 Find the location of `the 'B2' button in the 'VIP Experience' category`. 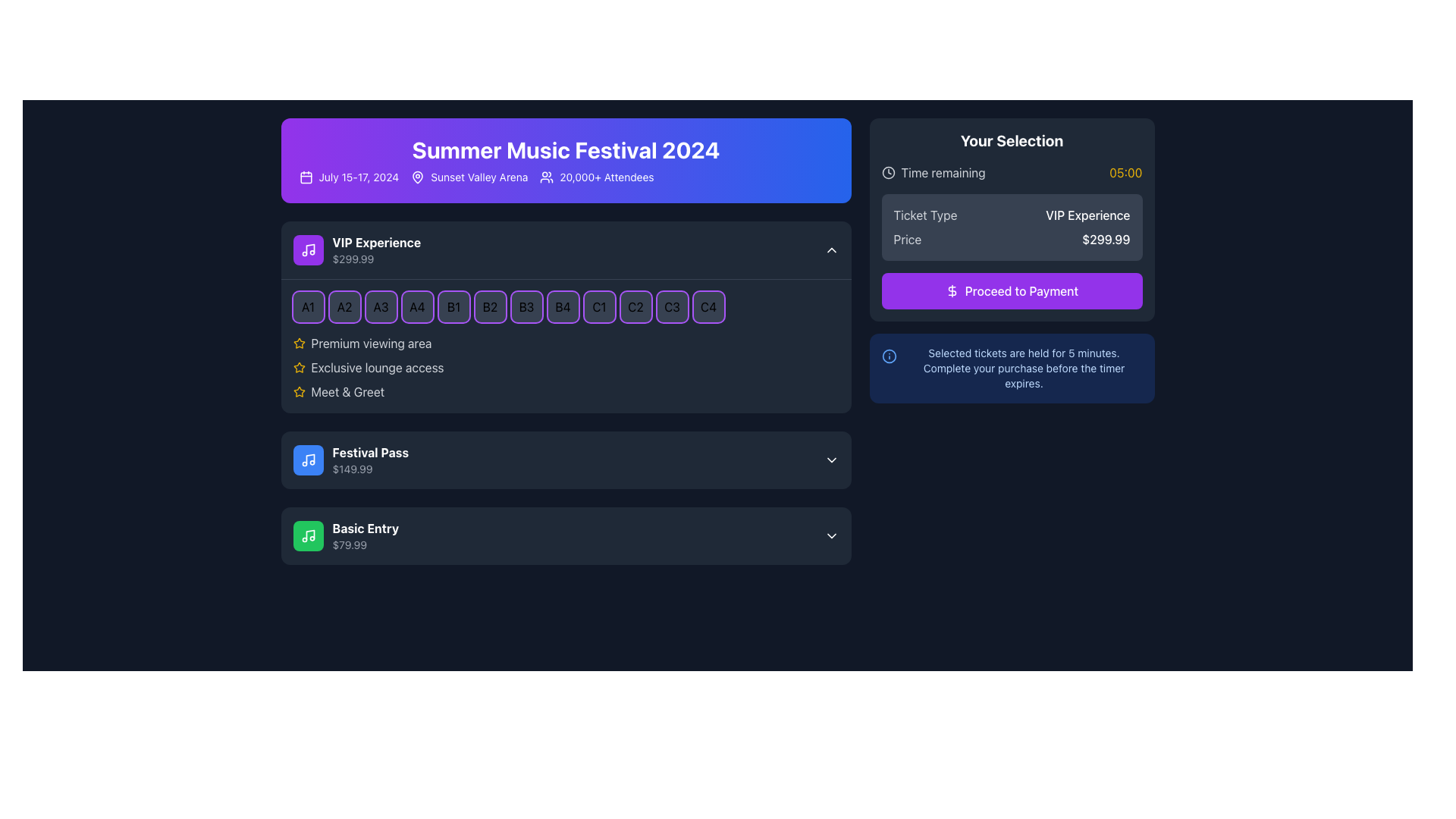

the 'B2' button in the 'VIP Experience' category is located at coordinates (490, 307).